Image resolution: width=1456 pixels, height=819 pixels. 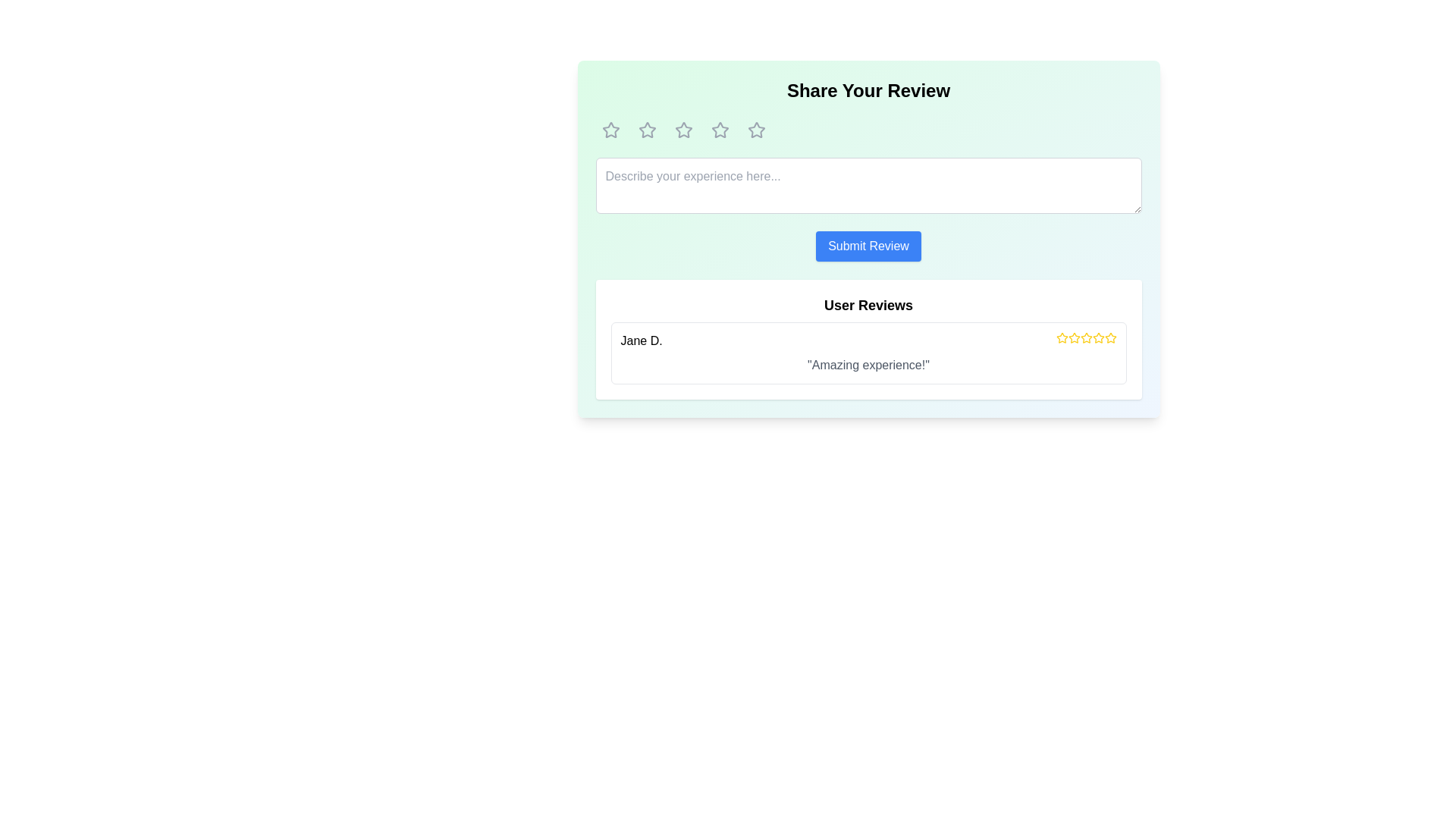 What do you see at coordinates (1073, 337) in the screenshot?
I see `the second yellow star icon with a central red marking to rate it in the 'User Reviews' section` at bounding box center [1073, 337].